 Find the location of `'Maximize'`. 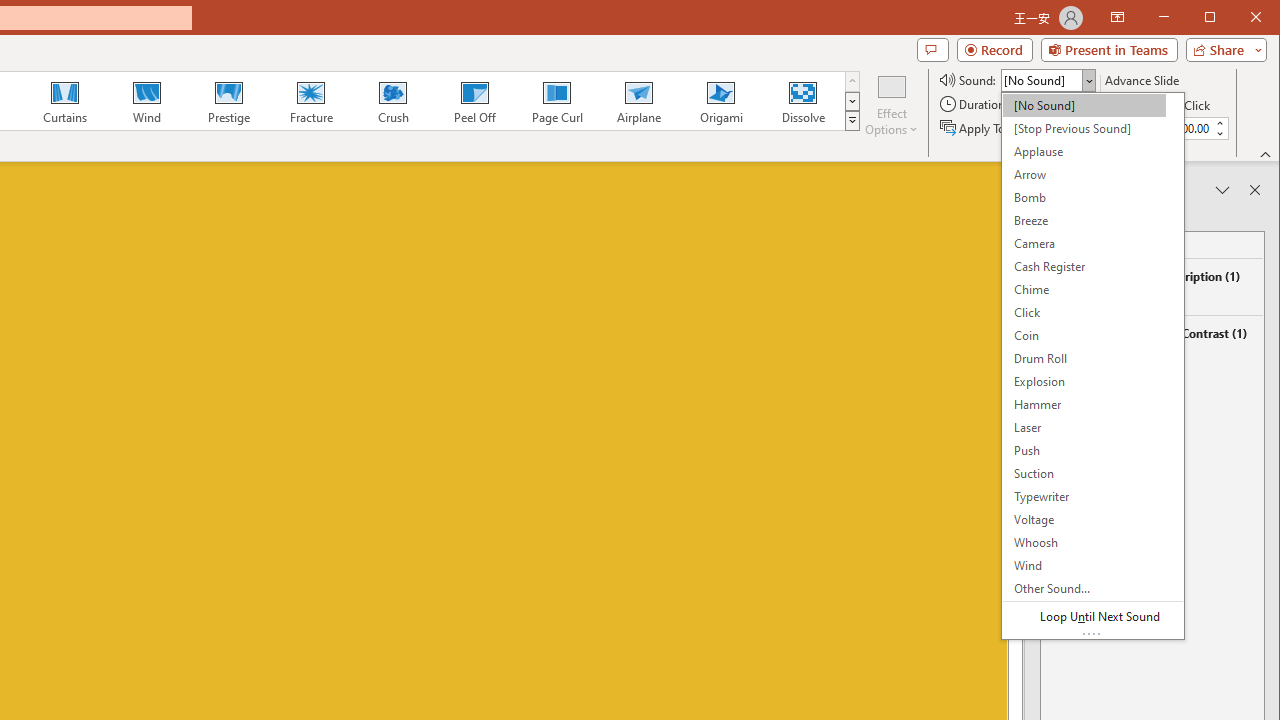

'Maximize' is located at coordinates (1238, 19).